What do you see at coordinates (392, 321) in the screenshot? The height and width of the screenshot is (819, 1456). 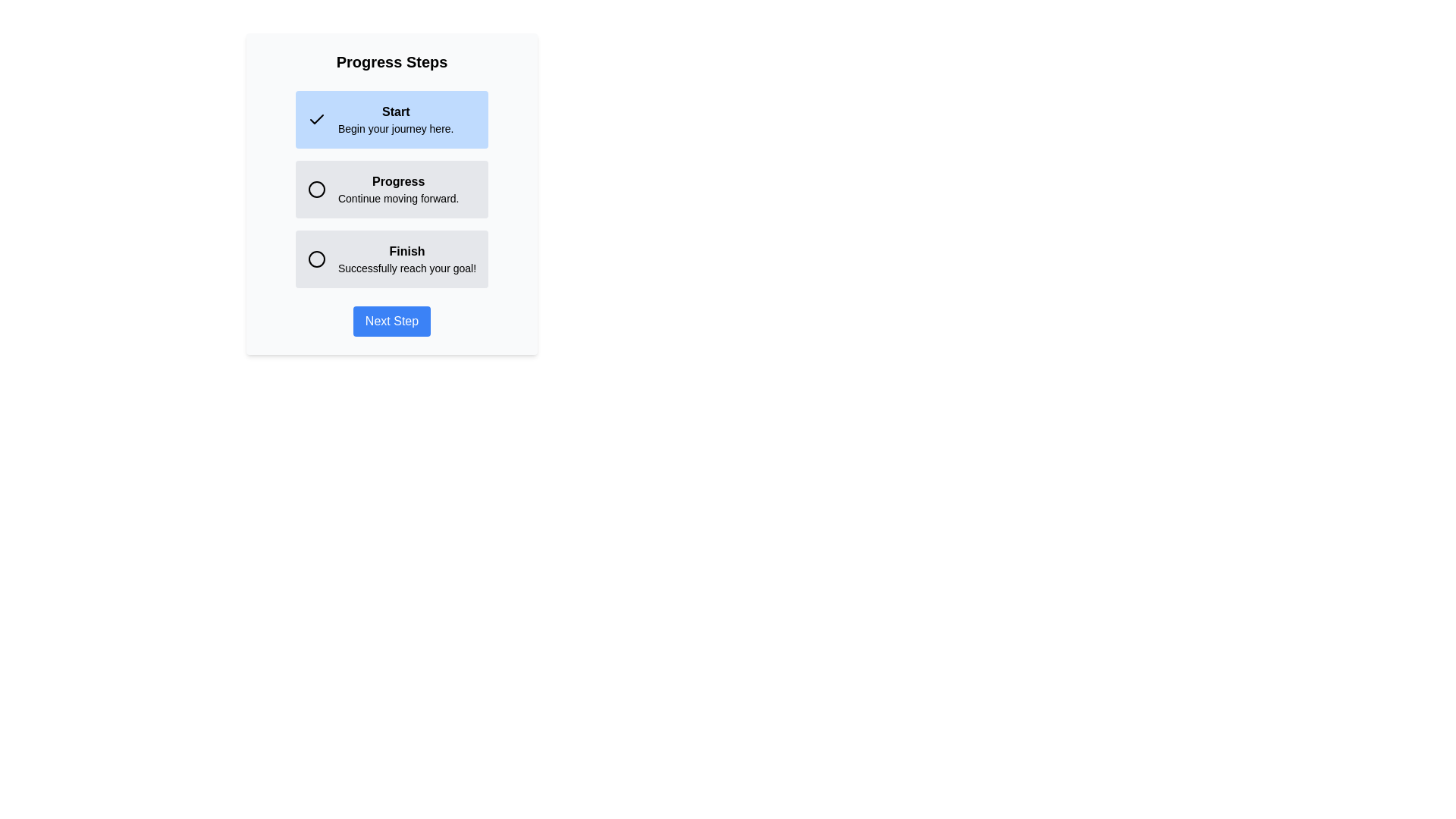 I see `the button at the bottom of the 'Progress Steps' component to change its appearance` at bounding box center [392, 321].